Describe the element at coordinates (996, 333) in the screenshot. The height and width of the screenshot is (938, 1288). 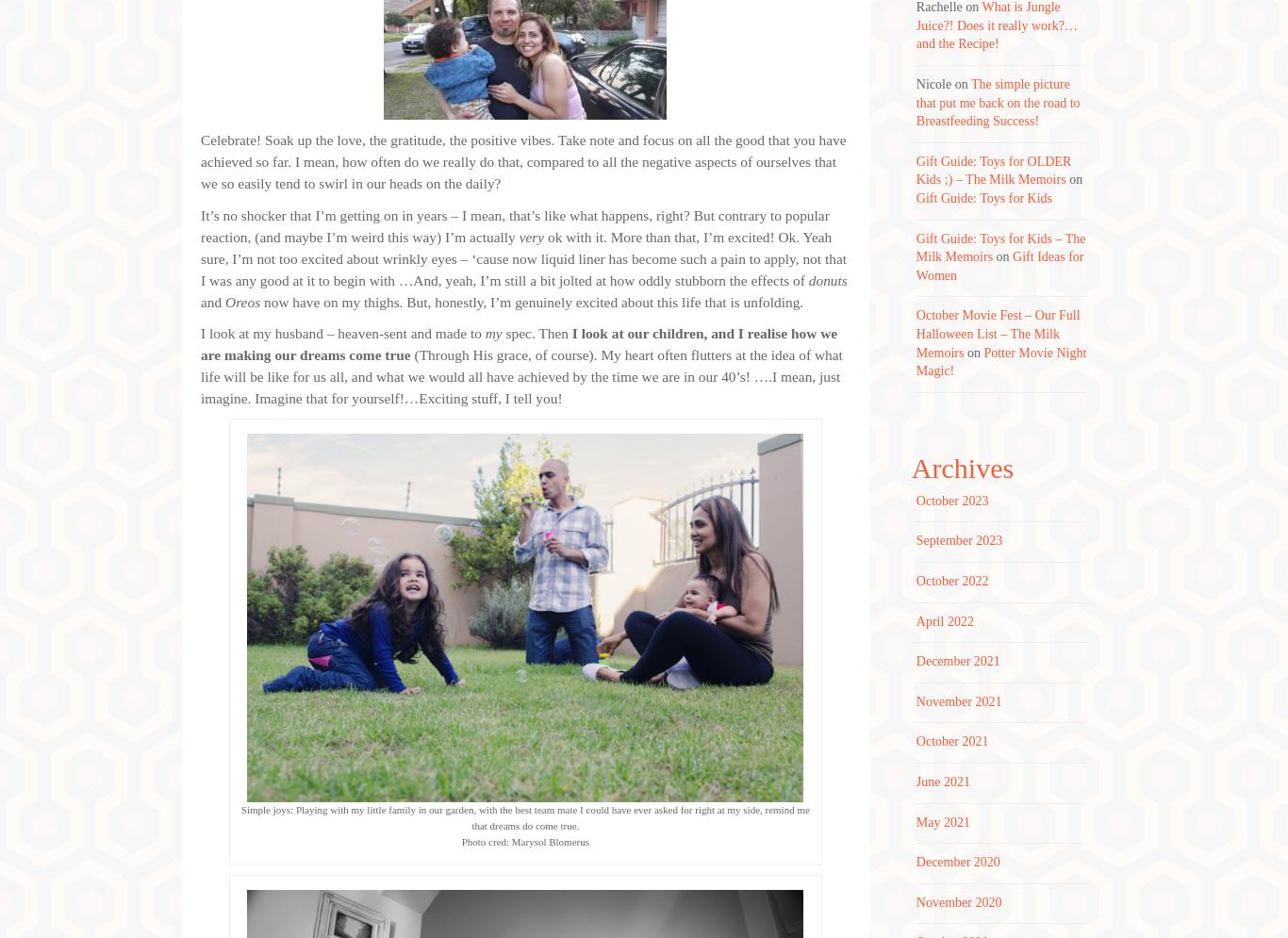
I see `'October Movie Fest – Our Full Halloween List – The Milk Memoirs'` at that location.